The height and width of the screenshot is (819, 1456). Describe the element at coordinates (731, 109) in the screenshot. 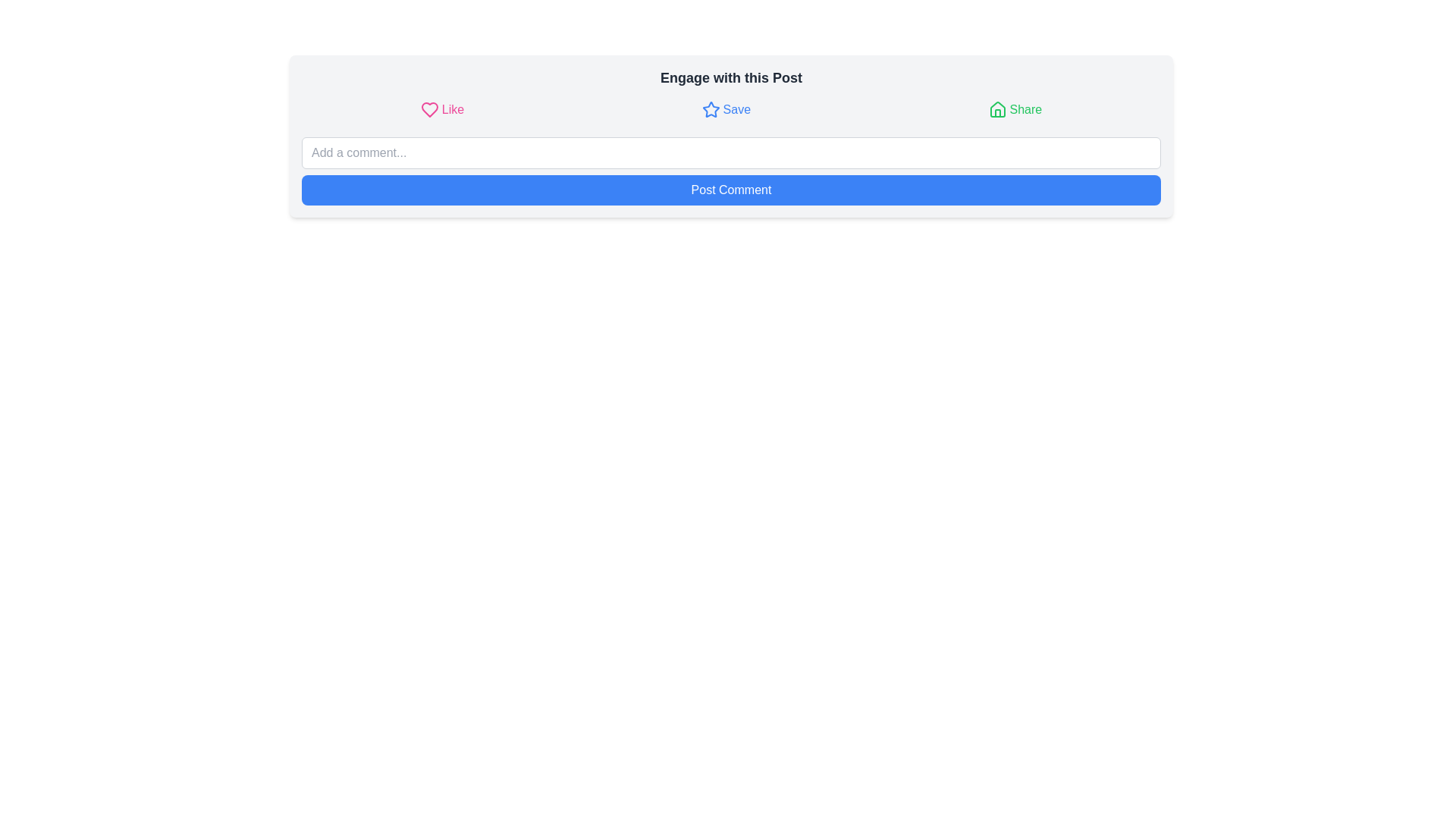

I see `the 'Share' button represented by a green house icon in the group of interactive buttons below the header 'Engage with this Post' to share the post` at that location.